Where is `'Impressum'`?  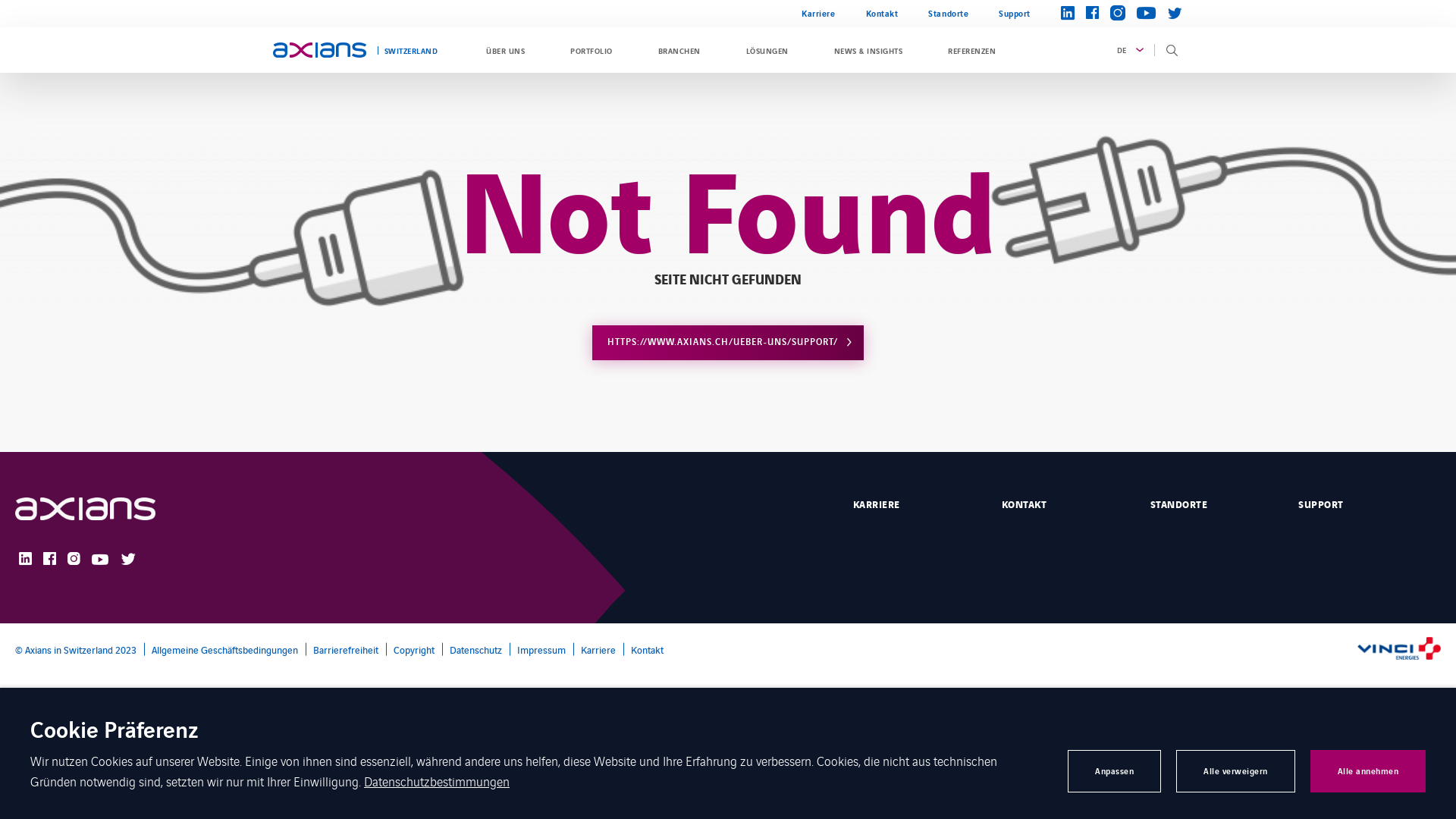
'Impressum' is located at coordinates (538, 648).